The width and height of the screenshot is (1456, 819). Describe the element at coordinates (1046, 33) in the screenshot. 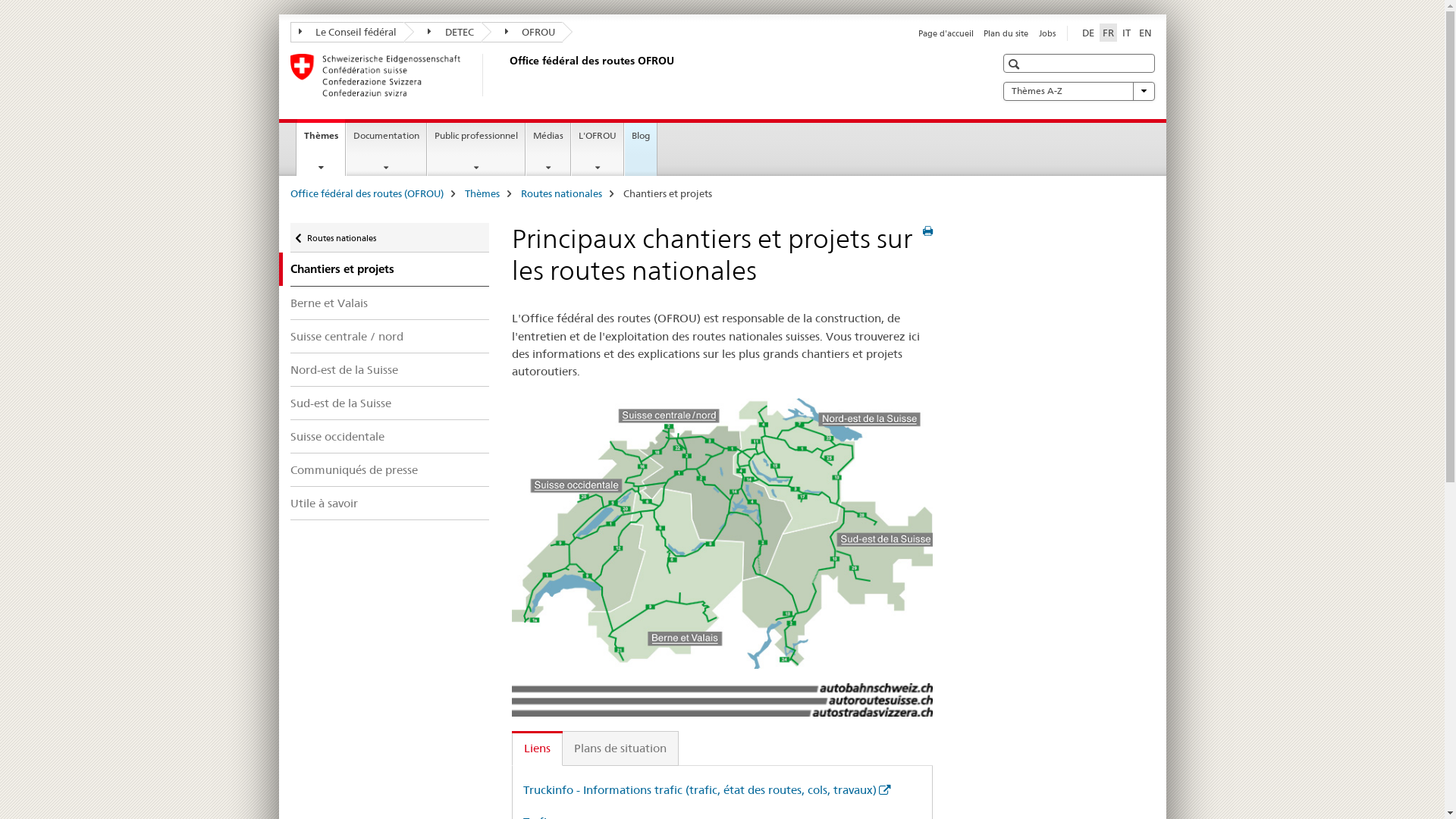

I see `'Jobs'` at that location.